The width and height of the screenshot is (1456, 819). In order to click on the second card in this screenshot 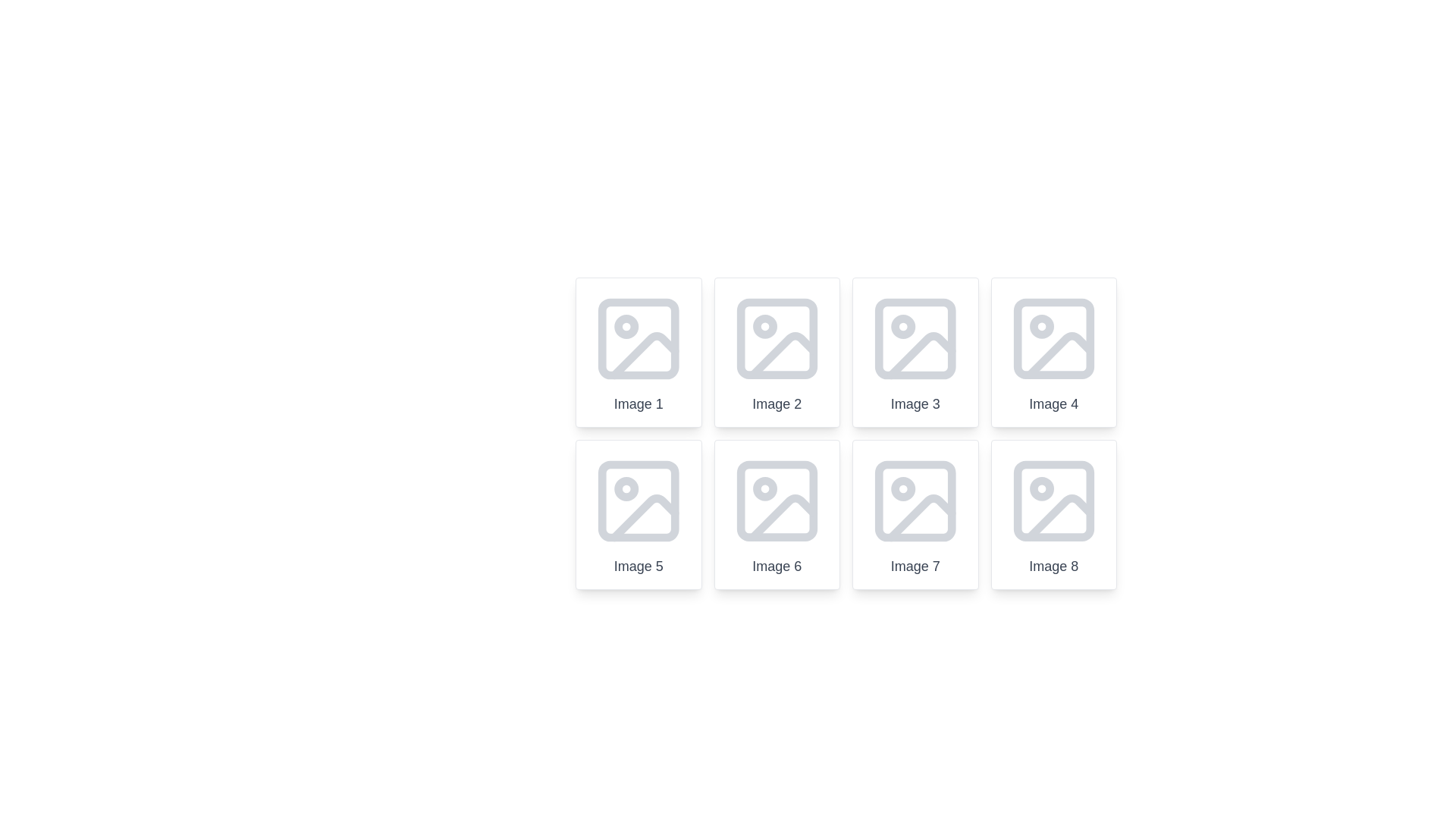, I will do `click(777, 353)`.